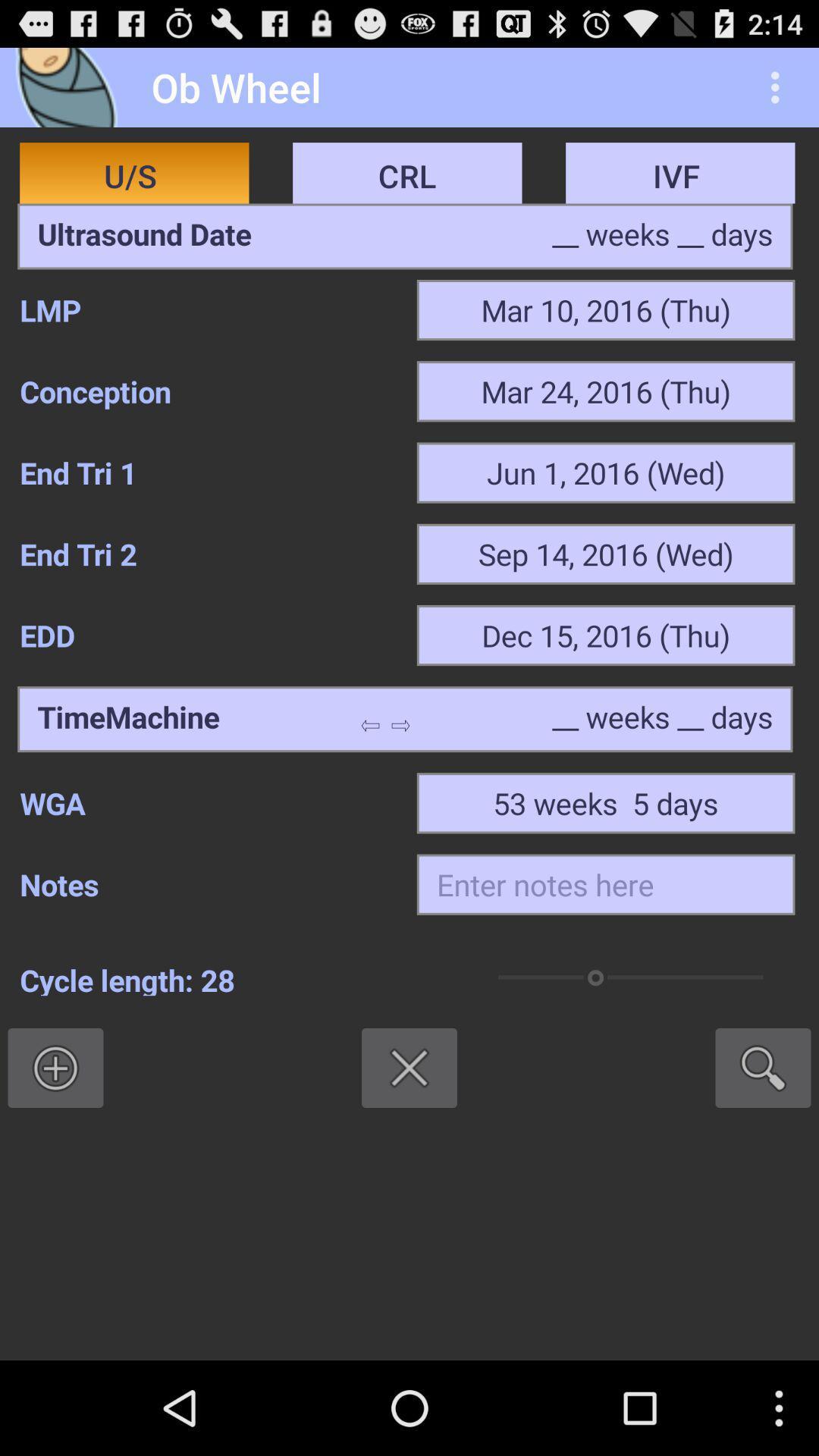 This screenshot has width=819, height=1456. Describe the element at coordinates (605, 802) in the screenshot. I see `item to the right of wga` at that location.